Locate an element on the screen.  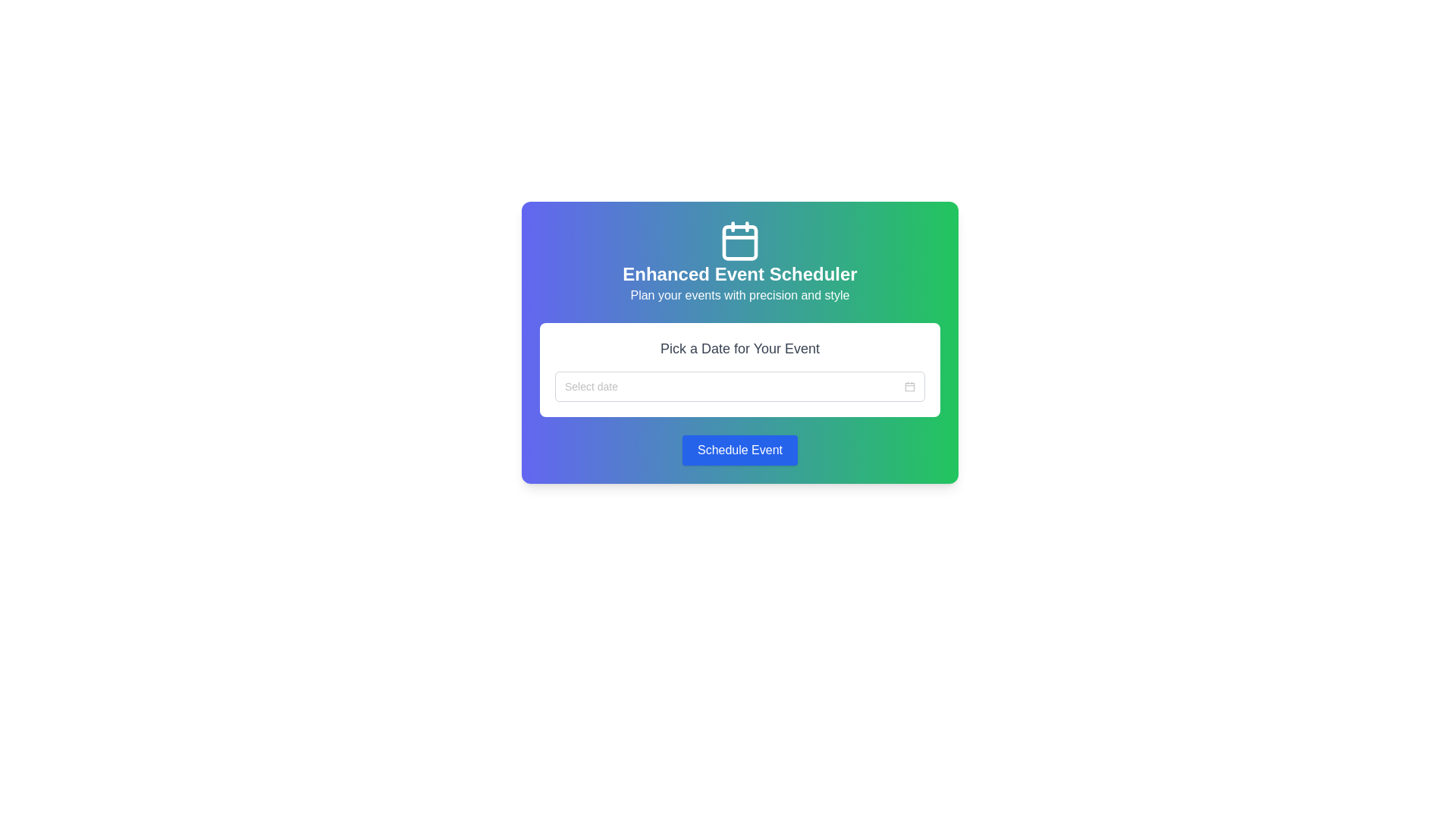
the Date Picker Input Field which has a placeholder text 'Select date' and a calendar icon on the right to start typing a date is located at coordinates (739, 385).